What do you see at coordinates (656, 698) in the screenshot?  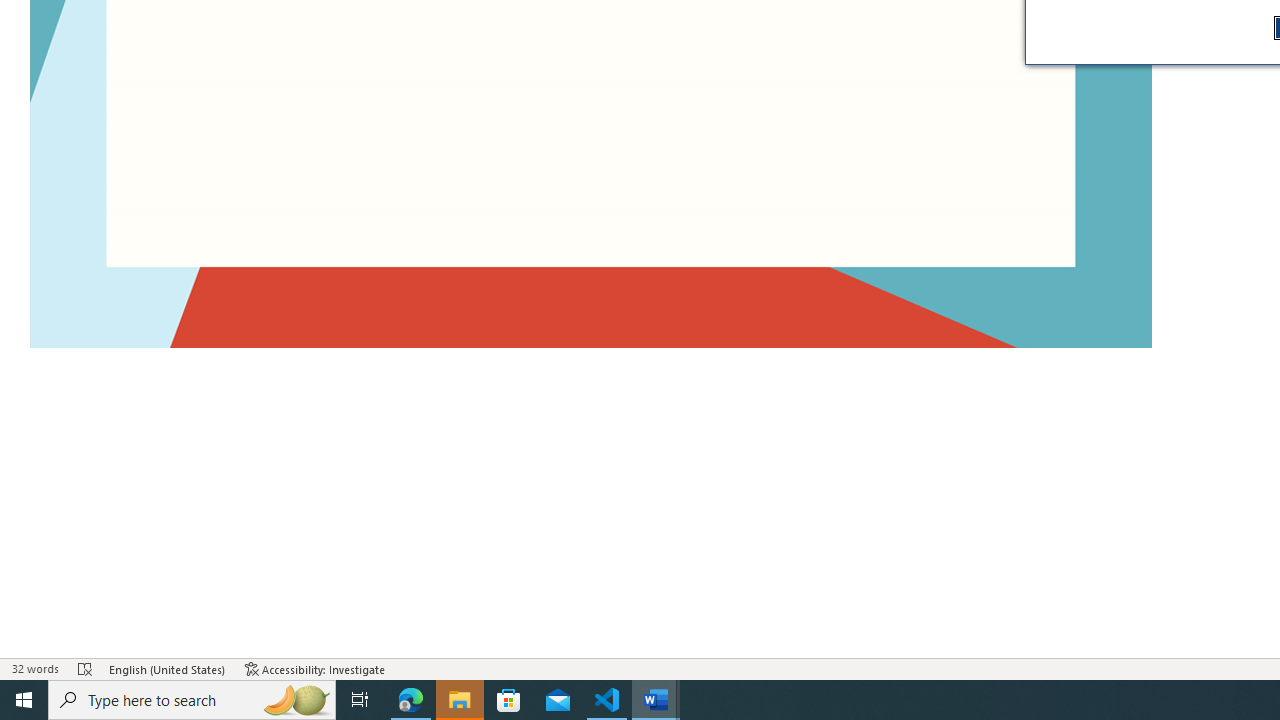 I see `'Word - 2 running windows'` at bounding box center [656, 698].